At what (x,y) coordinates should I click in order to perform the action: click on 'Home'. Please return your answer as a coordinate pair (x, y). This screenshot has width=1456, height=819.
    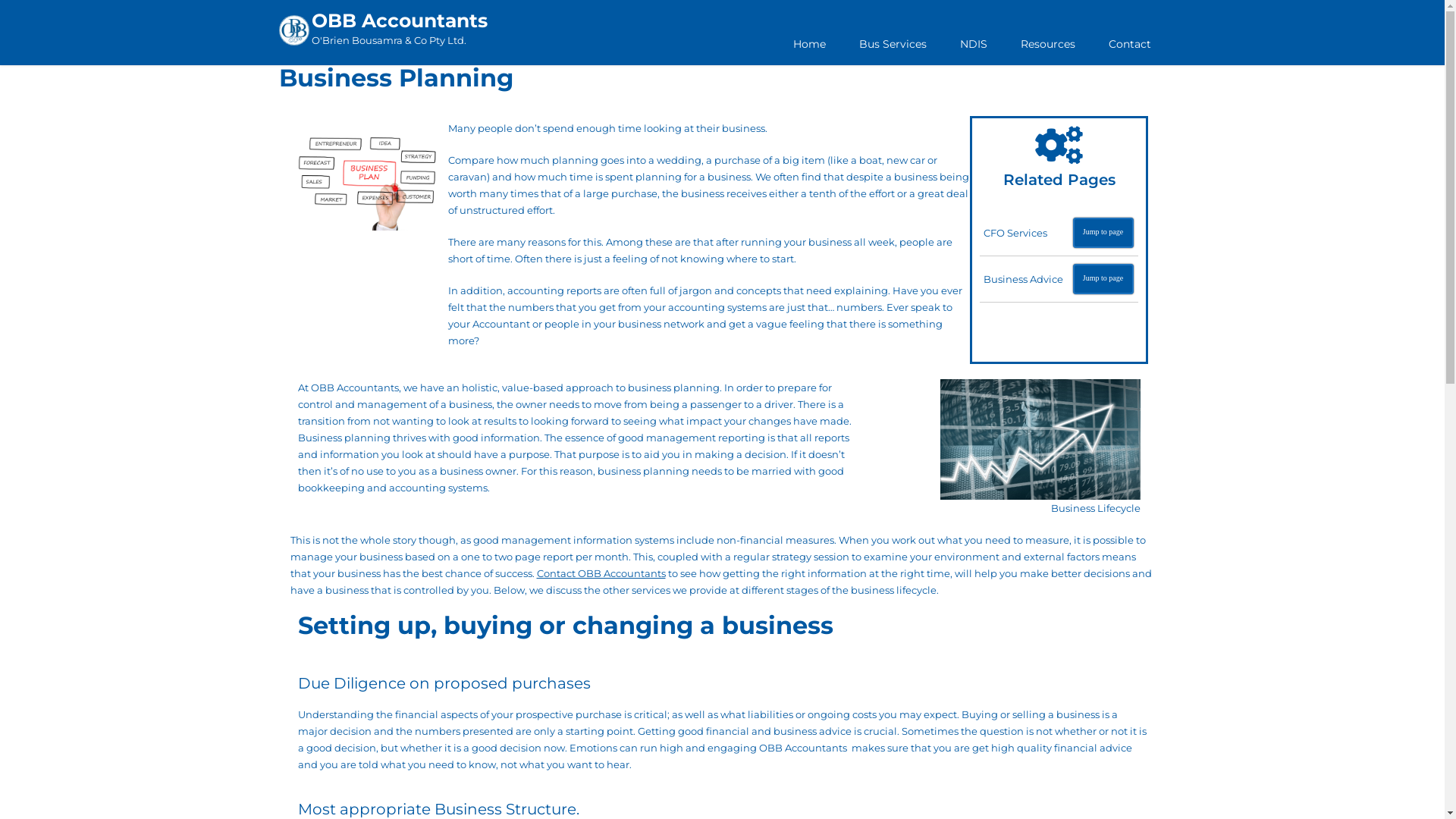
    Looking at the image, I should click on (808, 42).